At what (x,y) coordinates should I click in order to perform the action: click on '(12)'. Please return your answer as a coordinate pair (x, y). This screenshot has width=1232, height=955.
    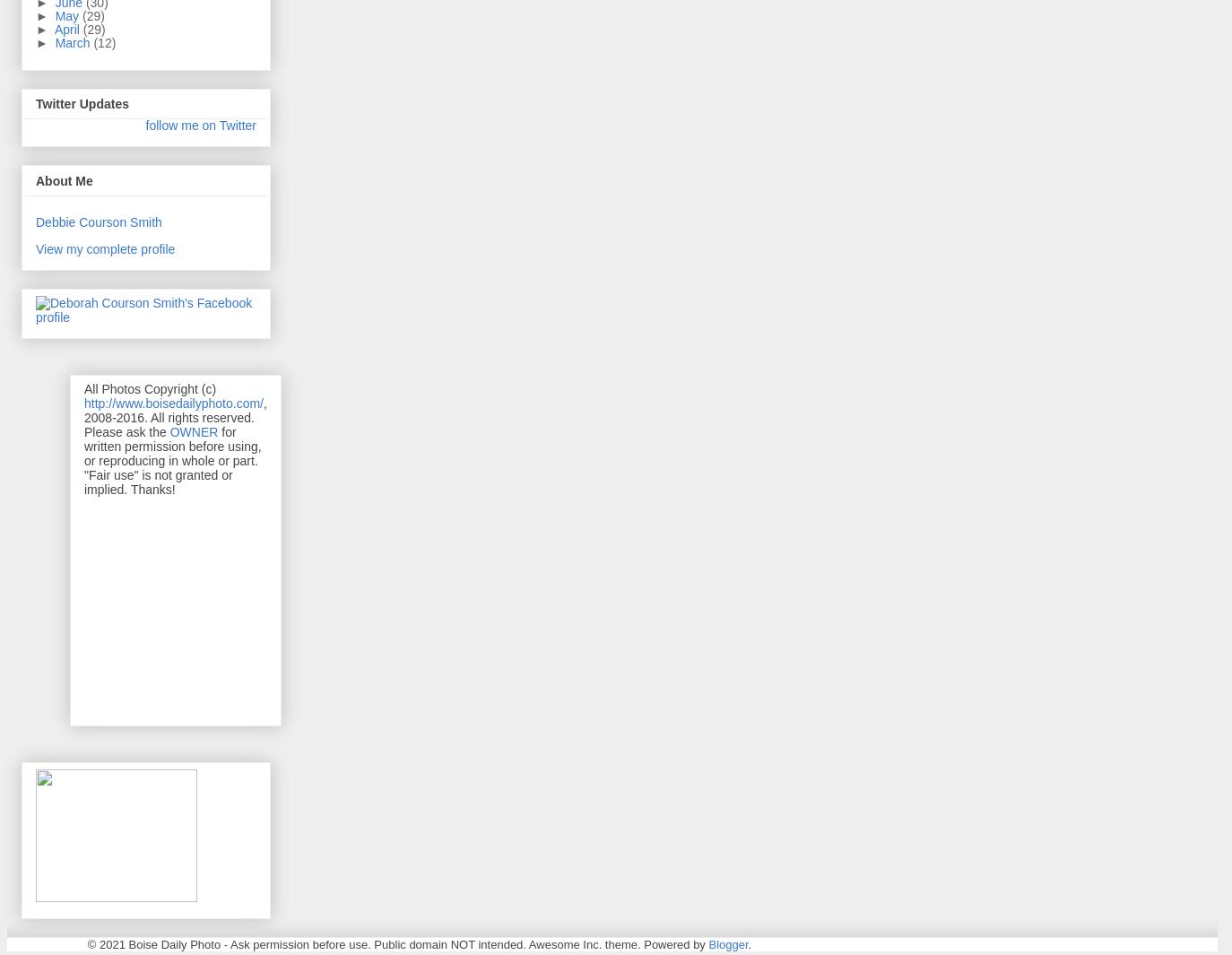
    Looking at the image, I should click on (103, 40).